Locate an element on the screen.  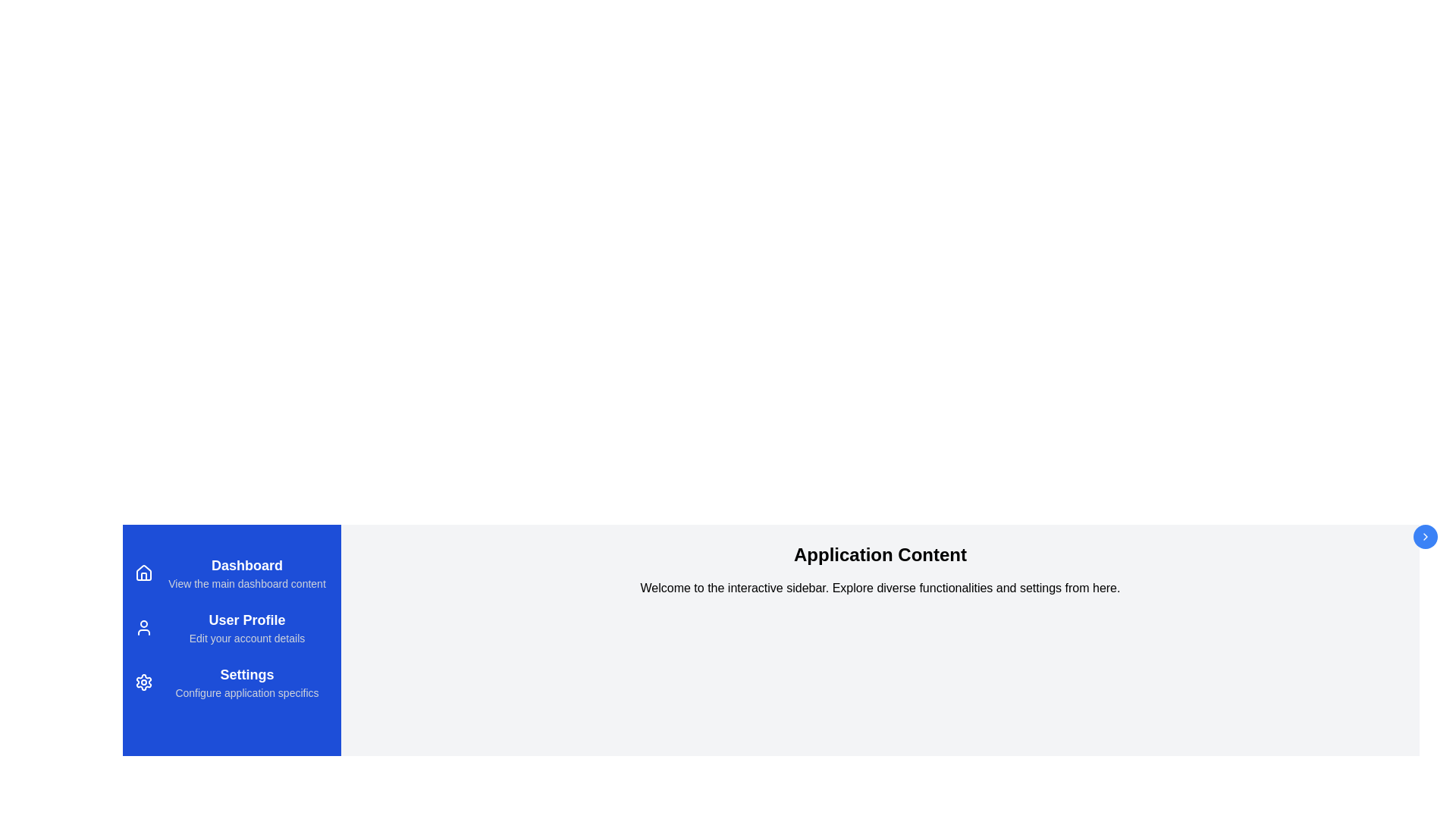
the description of the Settings menu item is located at coordinates (247, 674).